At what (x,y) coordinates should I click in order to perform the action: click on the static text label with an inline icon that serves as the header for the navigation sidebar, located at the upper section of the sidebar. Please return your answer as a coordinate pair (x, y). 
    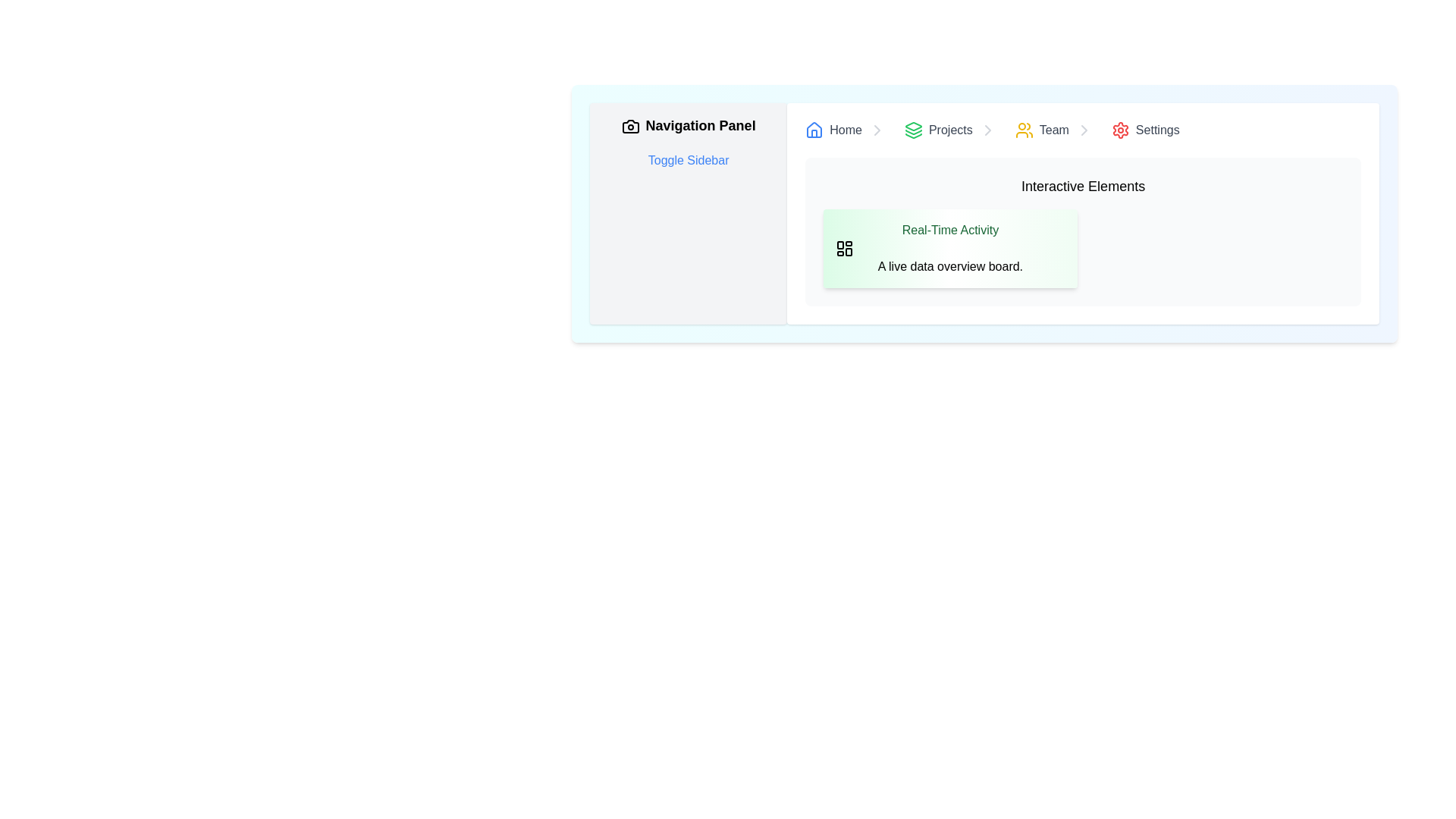
    Looking at the image, I should click on (688, 124).